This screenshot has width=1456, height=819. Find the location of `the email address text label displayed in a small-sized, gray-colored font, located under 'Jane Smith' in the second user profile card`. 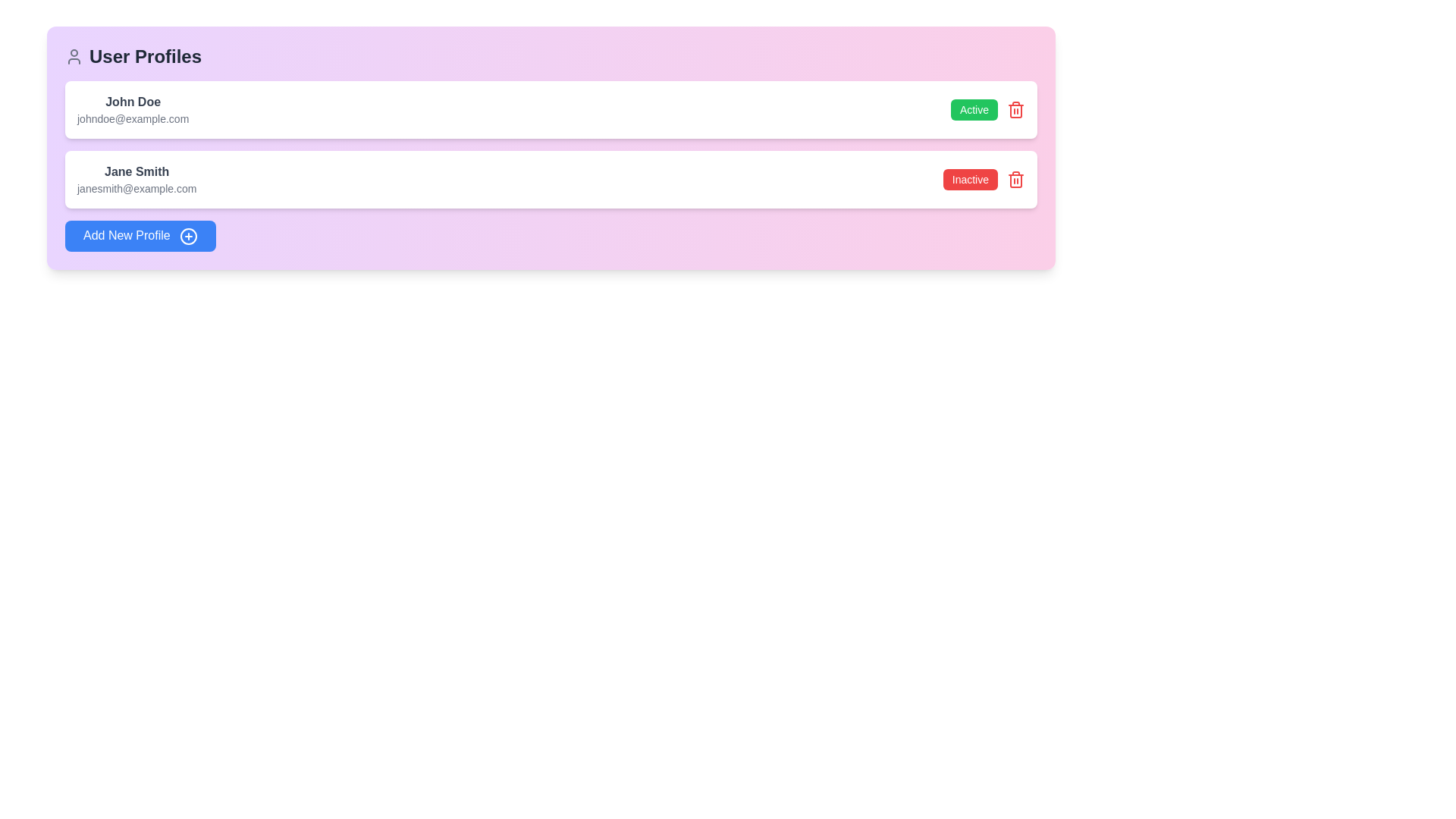

the email address text label displayed in a small-sized, gray-colored font, located under 'Jane Smith' in the second user profile card is located at coordinates (136, 188).